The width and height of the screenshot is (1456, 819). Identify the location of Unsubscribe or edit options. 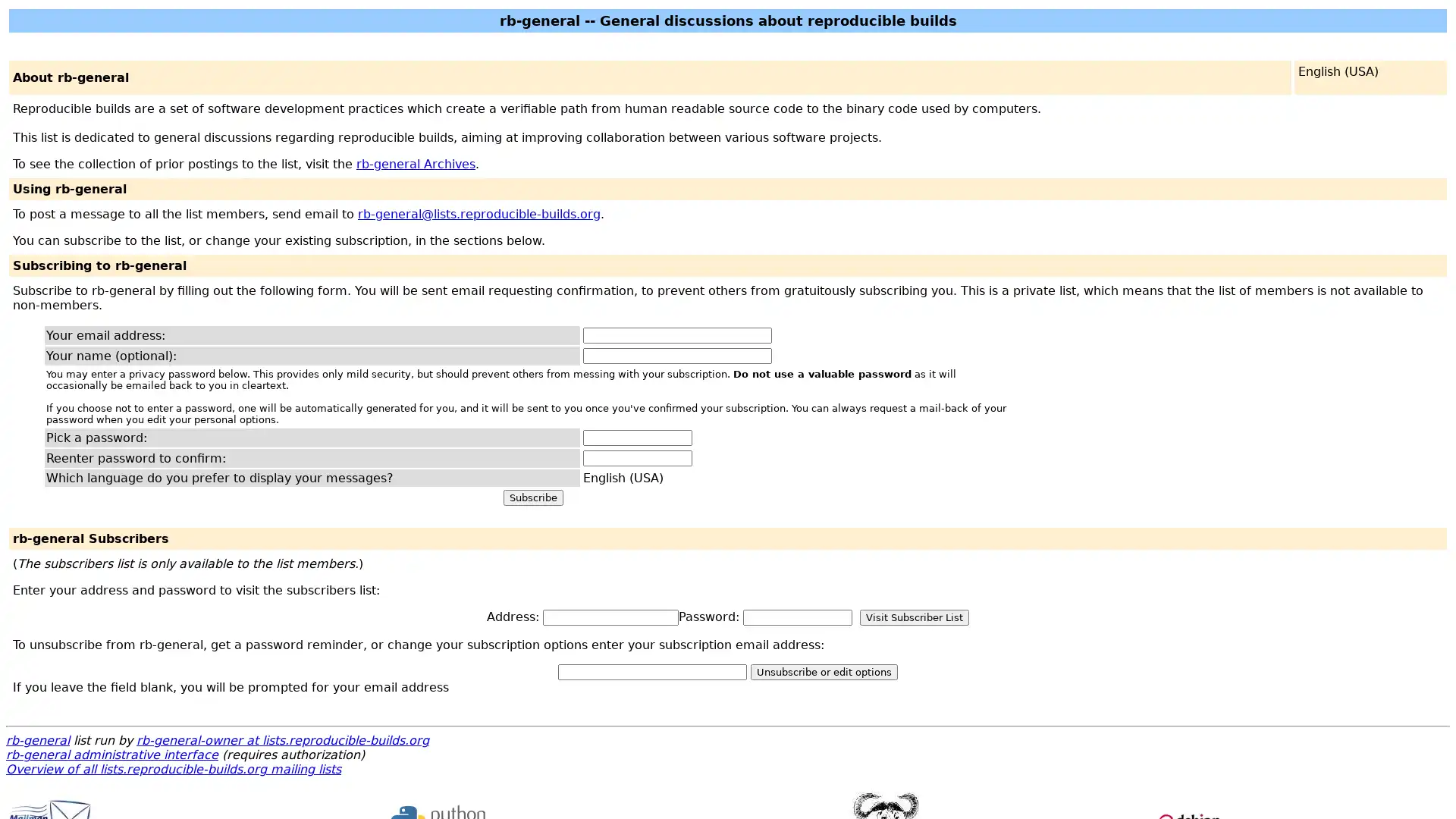
(823, 671).